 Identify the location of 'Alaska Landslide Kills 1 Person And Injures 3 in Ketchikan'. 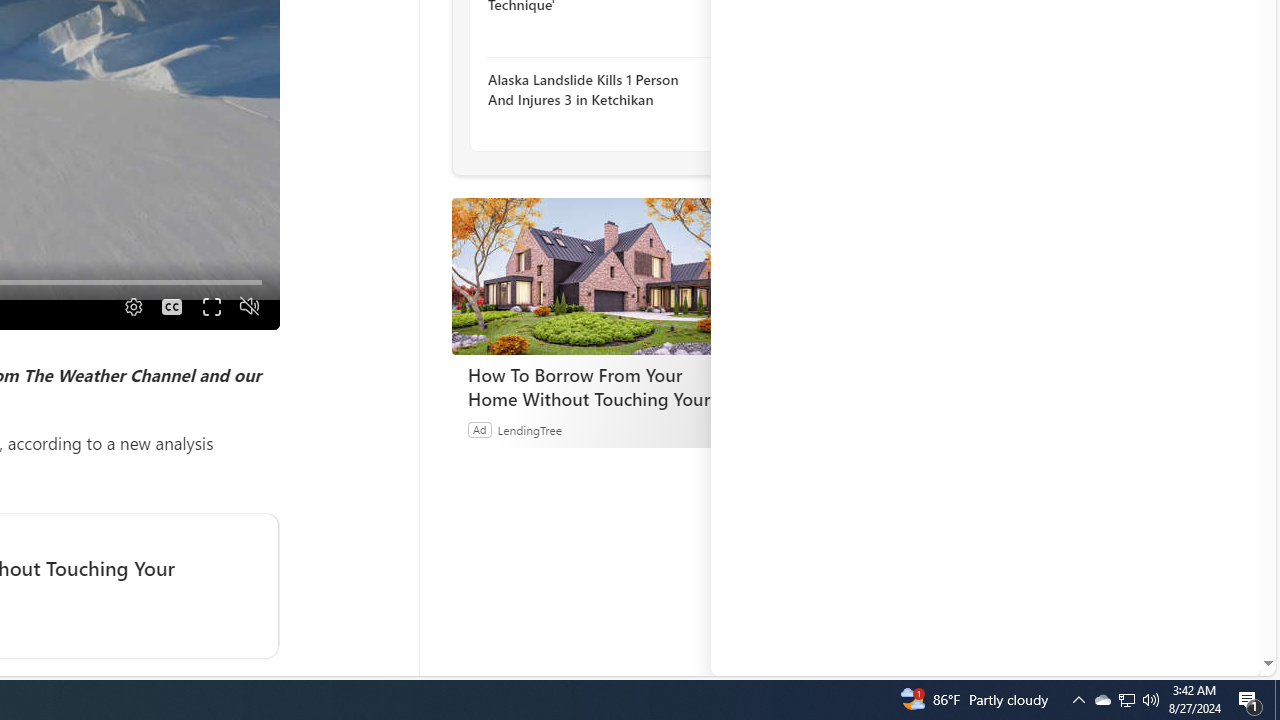
(595, 88).